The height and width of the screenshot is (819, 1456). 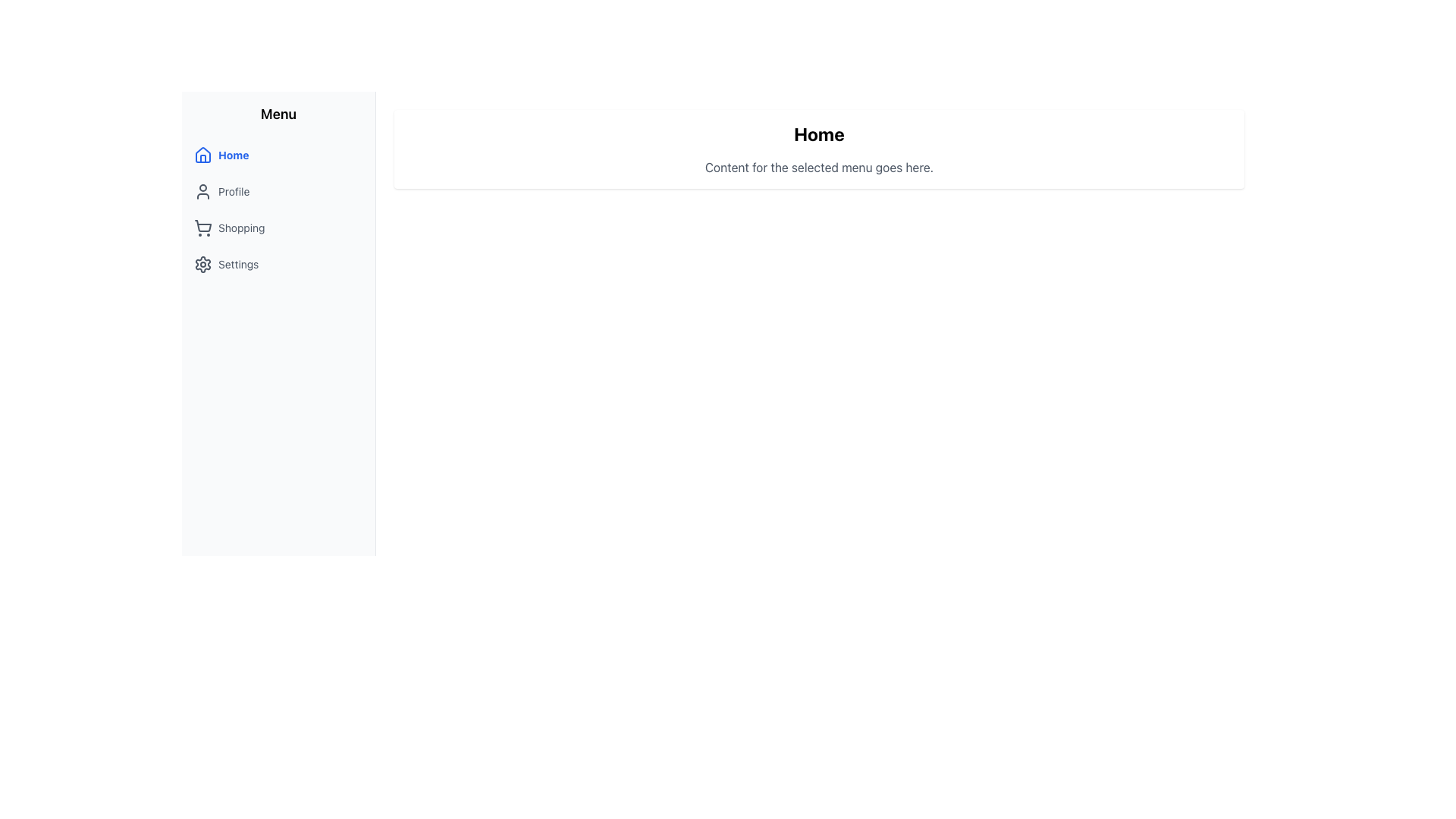 What do you see at coordinates (202, 263) in the screenshot?
I see `the gear icon` at bounding box center [202, 263].